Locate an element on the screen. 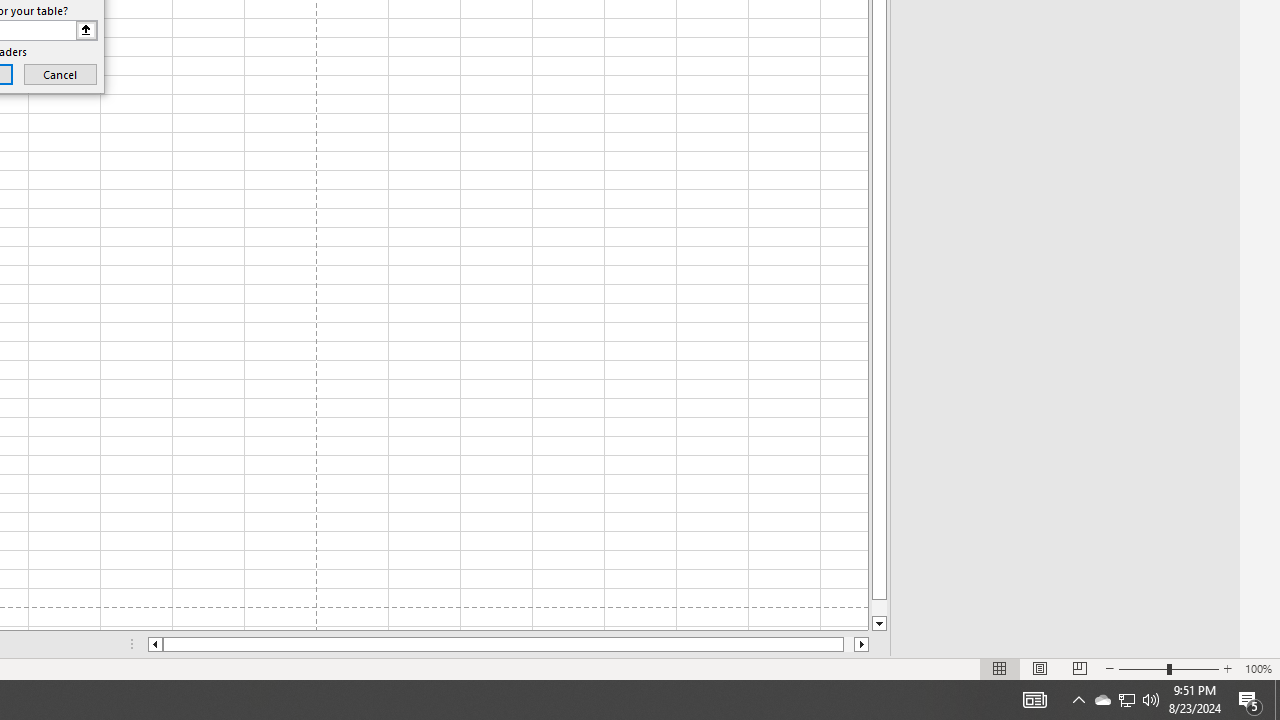  'Column left' is located at coordinates (153, 644).